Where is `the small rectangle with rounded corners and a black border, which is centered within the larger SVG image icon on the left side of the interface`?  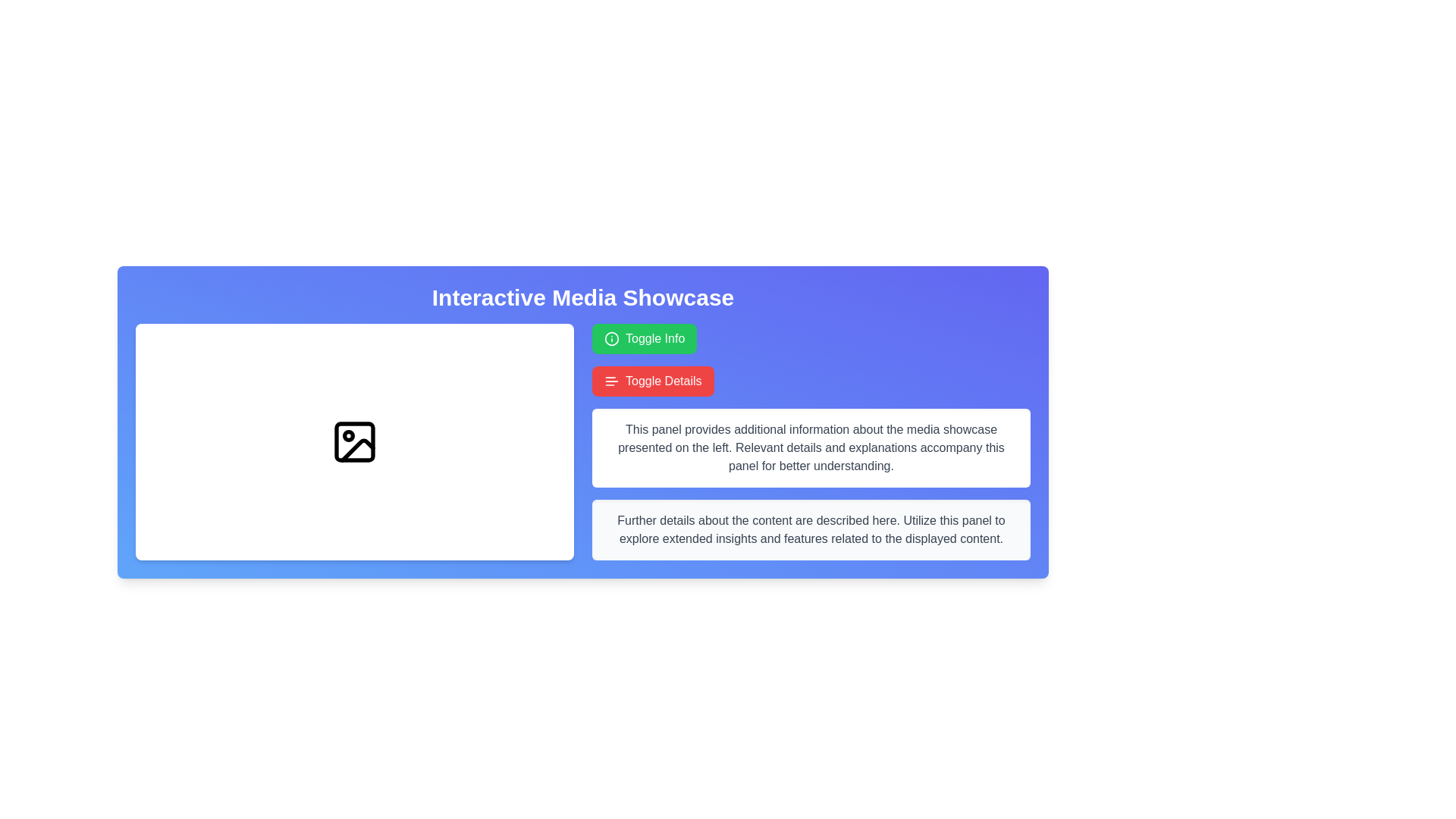
the small rectangle with rounded corners and a black border, which is centered within the larger SVG image icon on the left side of the interface is located at coordinates (353, 441).